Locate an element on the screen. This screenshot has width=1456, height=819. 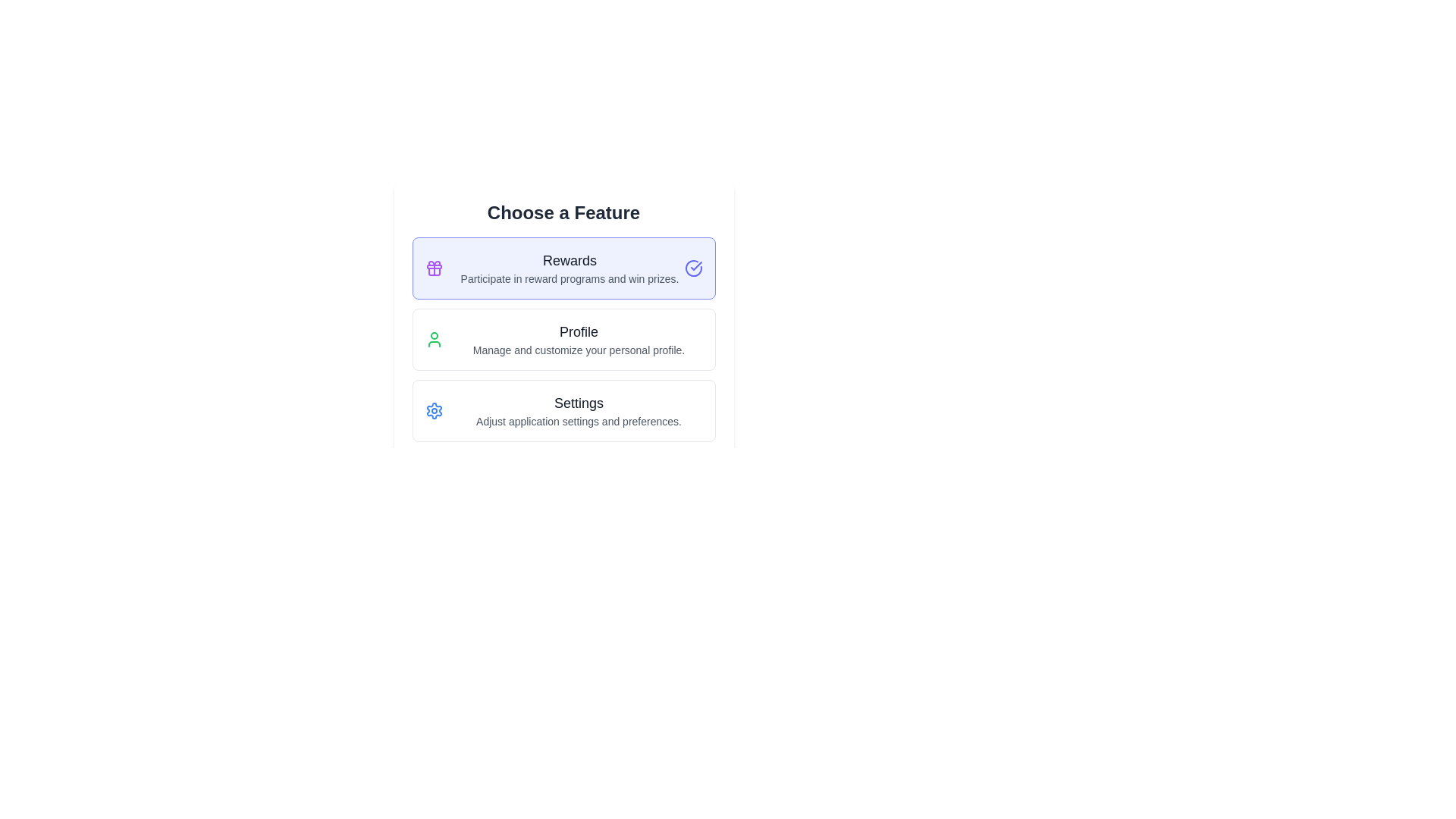
the Text block that provides a brief description related to the 'Rewards' section, located below the header 'Rewards' within a card-like section is located at coordinates (569, 278).